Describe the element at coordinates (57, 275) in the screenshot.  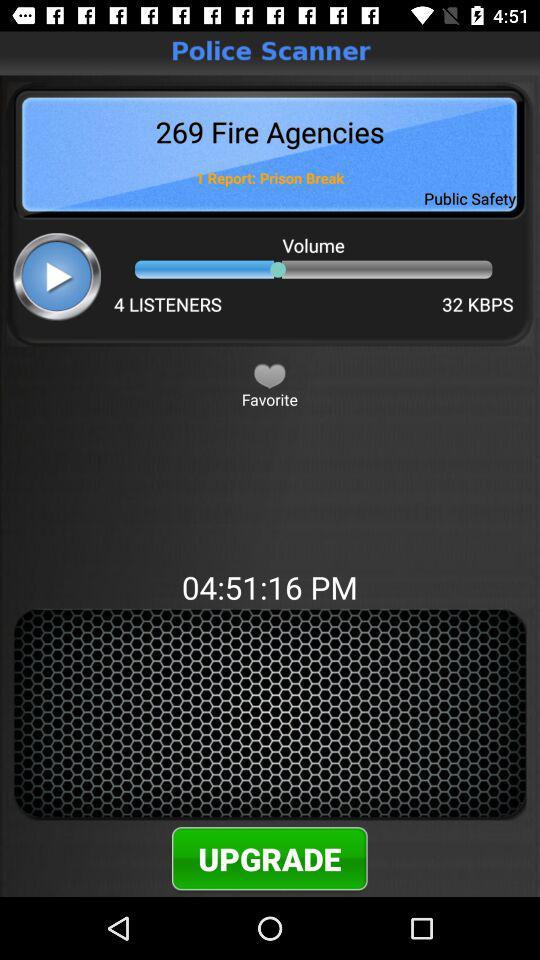
I see `the play icon` at that location.